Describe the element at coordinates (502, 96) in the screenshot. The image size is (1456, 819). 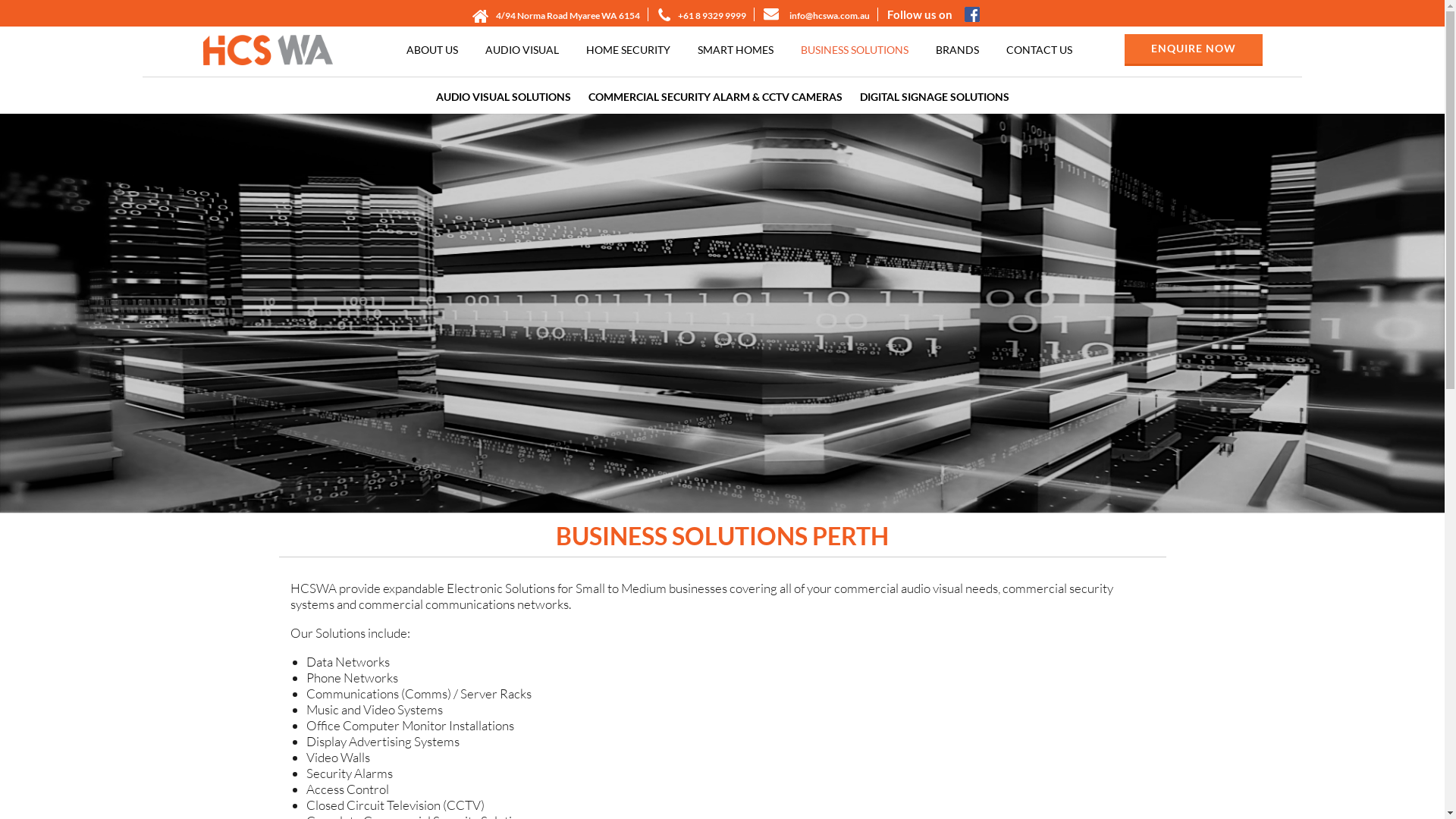
I see `'AUDIO VISUAL SOLUTIONS'` at that location.